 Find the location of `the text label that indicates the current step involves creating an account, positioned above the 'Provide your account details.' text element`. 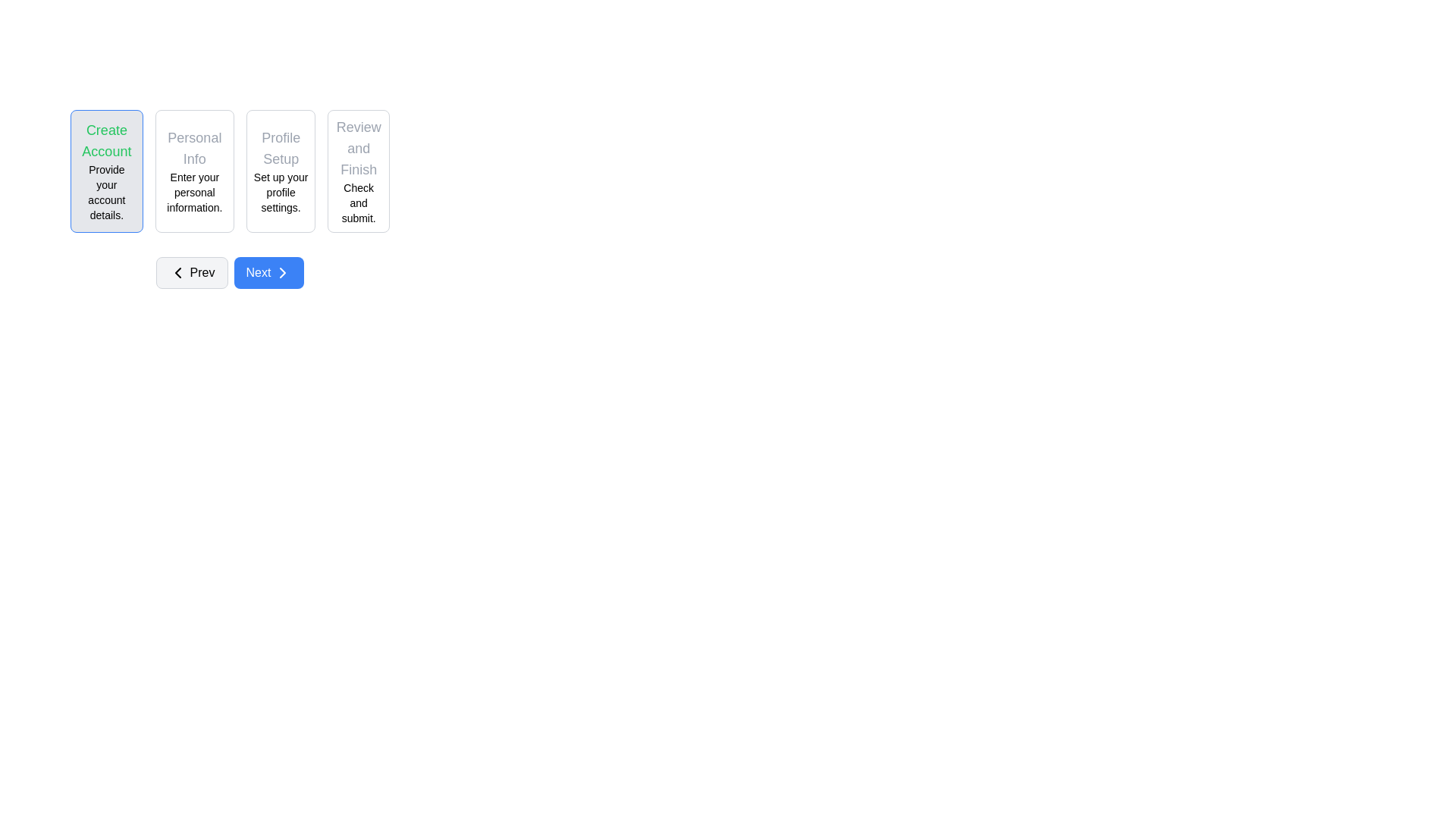

the text label that indicates the current step involves creating an account, positioned above the 'Provide your account details.' text element is located at coordinates (105, 140).